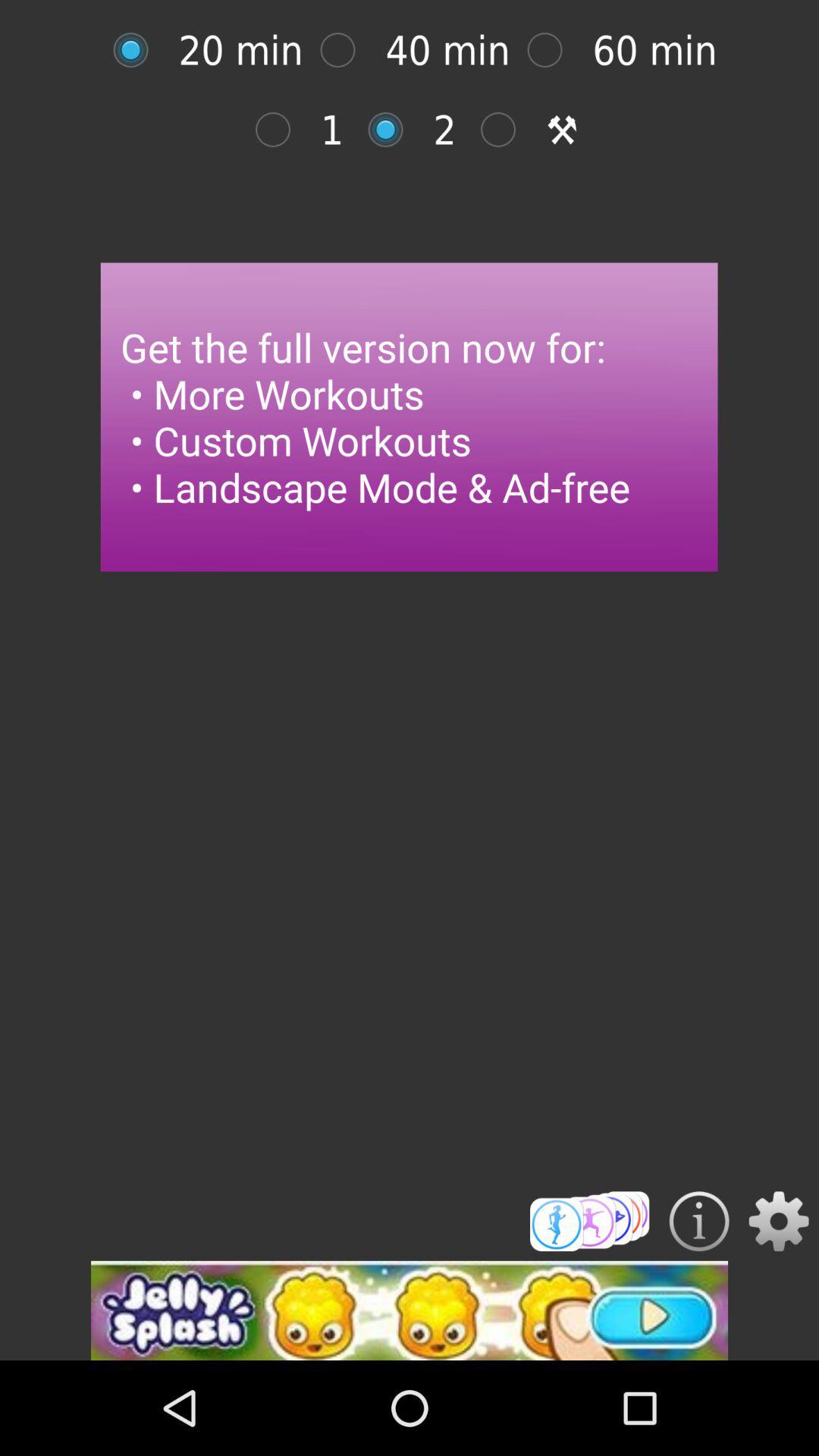  I want to click on 40 min workout option, so click(345, 50).